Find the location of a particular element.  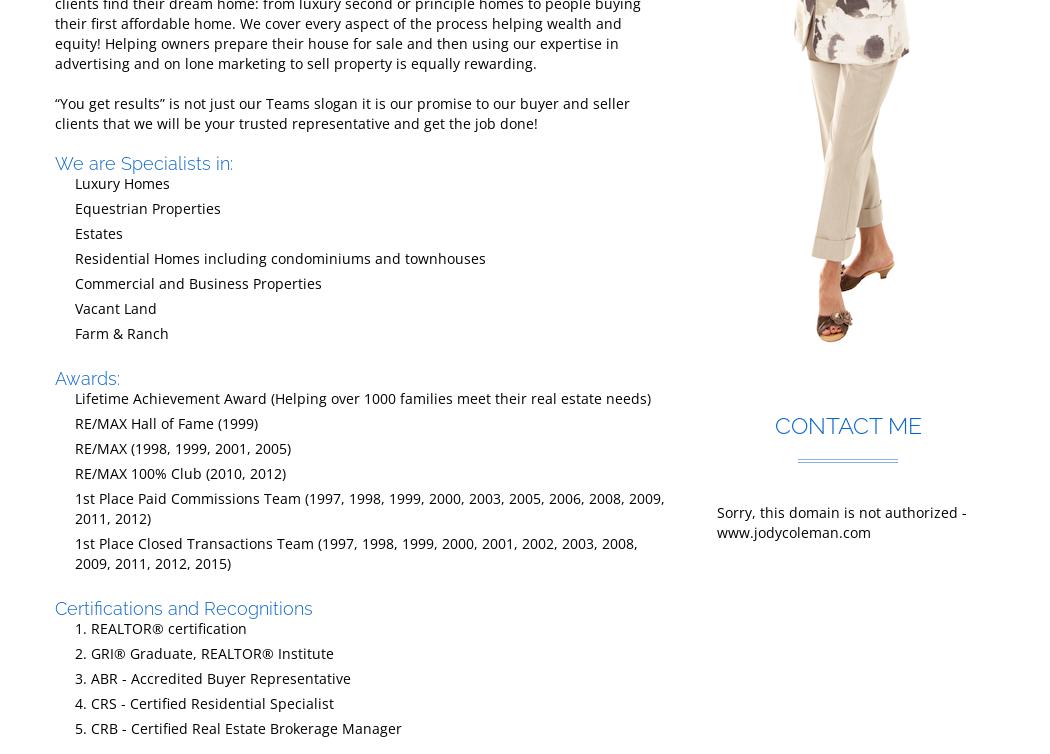

'1st Place Closed Transactions Team (1997, 1998, 1999, 2000, 2001, 2002, 2003, 2008, 2009, 2011, 2012, 2015)' is located at coordinates (355, 552).